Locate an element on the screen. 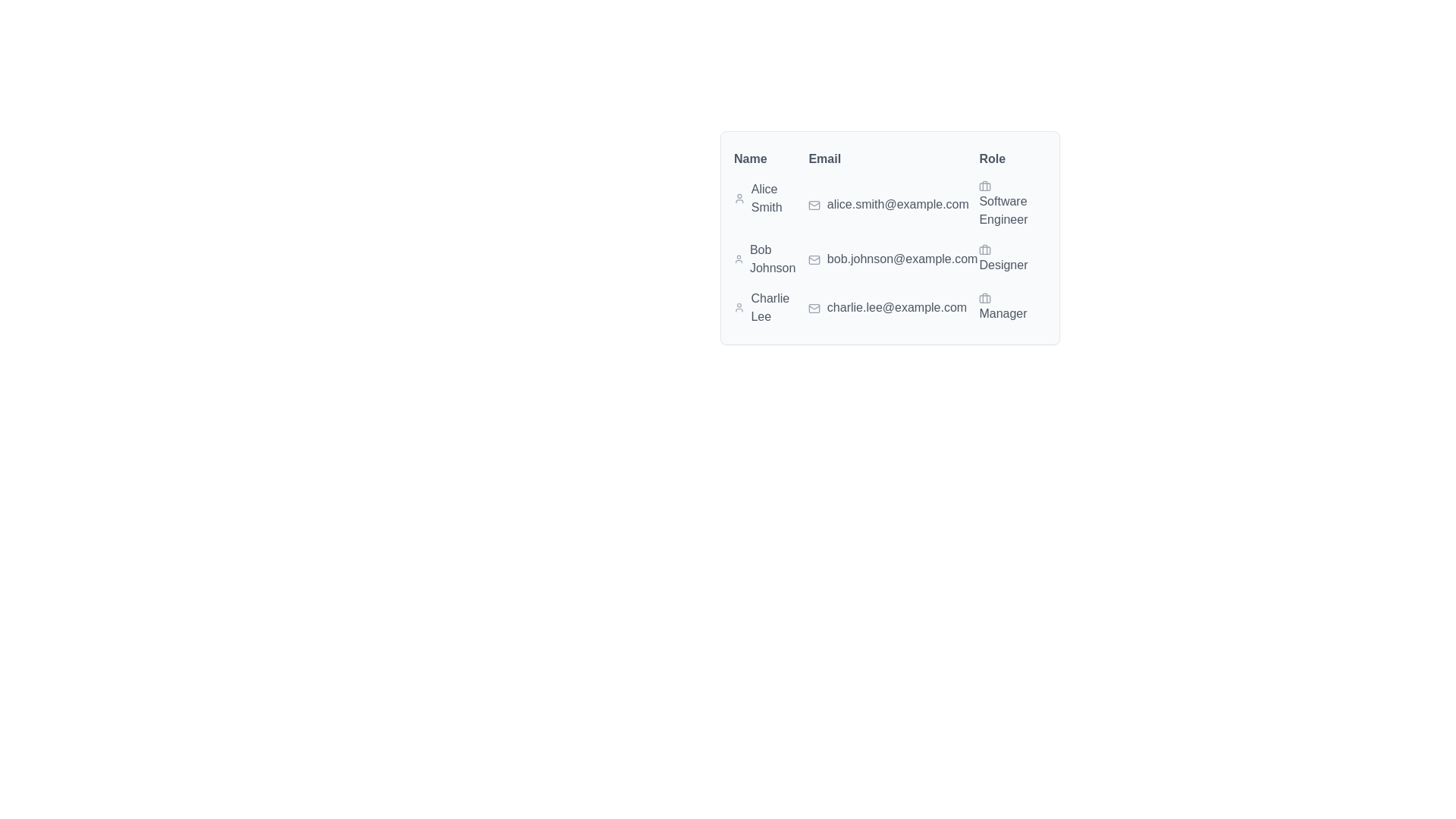 The image size is (1456, 819). the graphical shape element, a rectangle with rounded corners, representing an email envelope symbol, located next to the 'Bob Johnson' row in the 'Email' column is located at coordinates (814, 259).